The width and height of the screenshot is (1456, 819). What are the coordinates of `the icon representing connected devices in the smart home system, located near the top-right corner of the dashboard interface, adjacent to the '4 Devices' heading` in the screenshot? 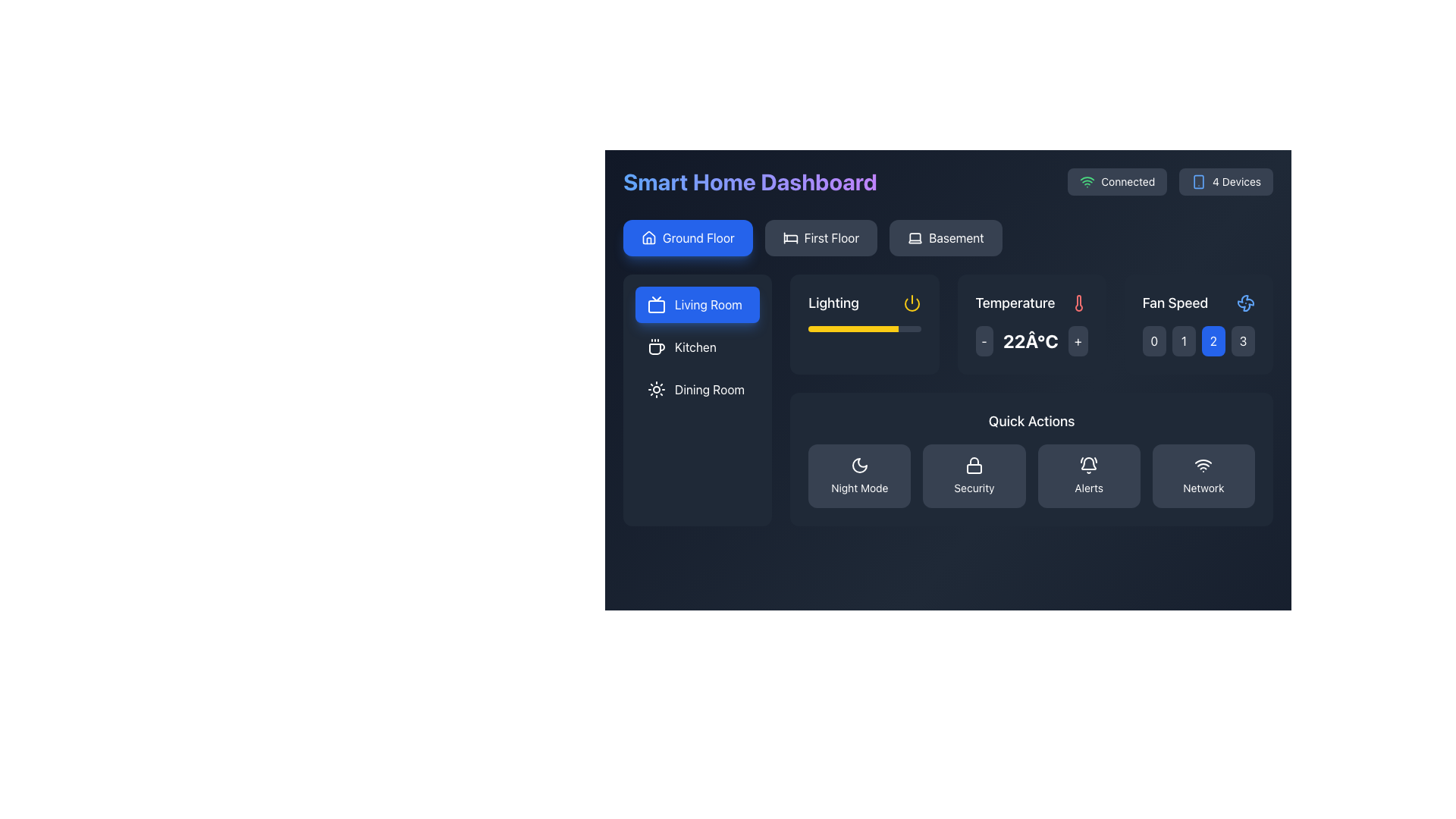 It's located at (1198, 180).